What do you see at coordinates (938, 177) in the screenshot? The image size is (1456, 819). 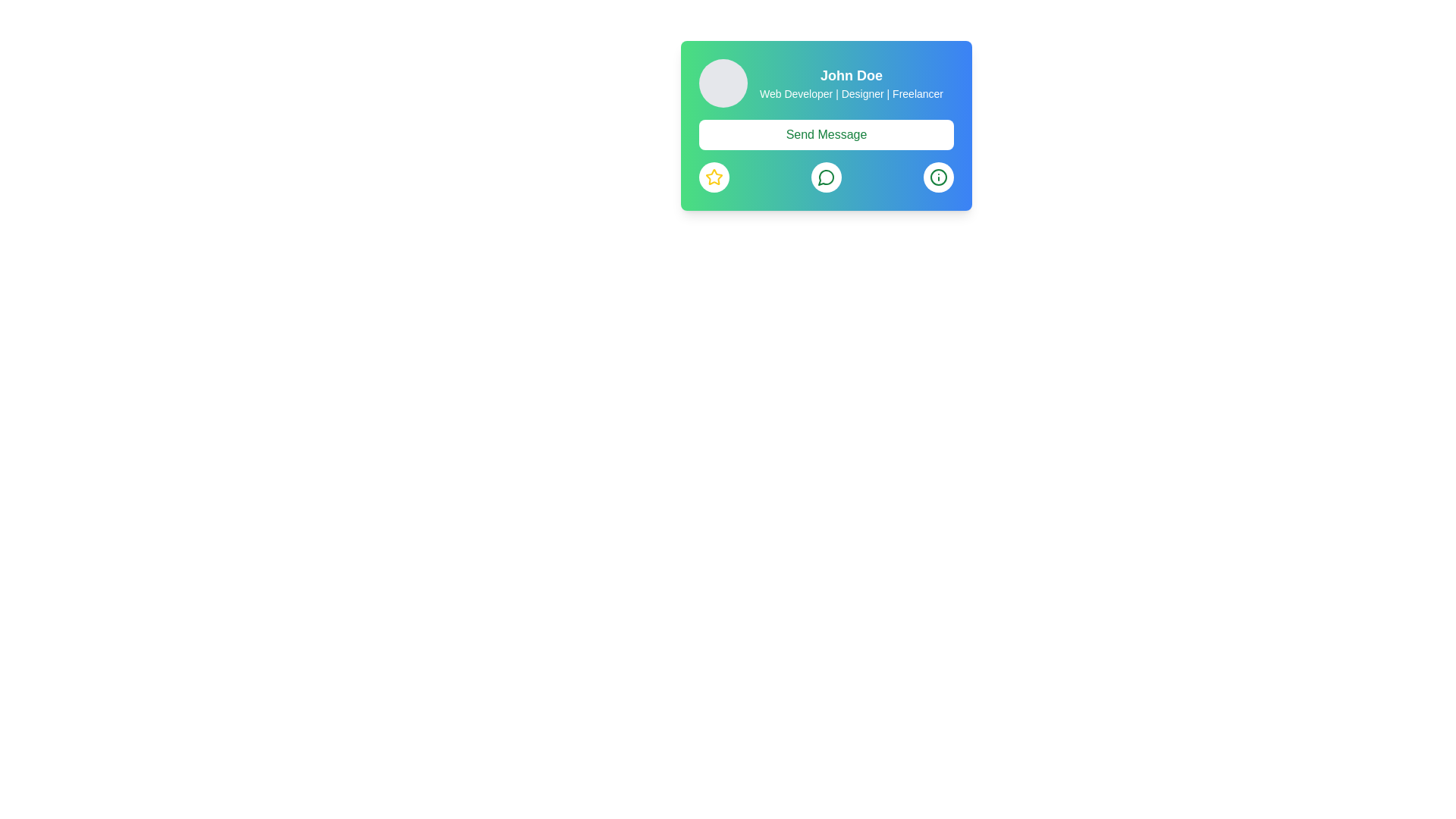 I see `the rightmost circular icon below the 'Send Message' button` at bounding box center [938, 177].